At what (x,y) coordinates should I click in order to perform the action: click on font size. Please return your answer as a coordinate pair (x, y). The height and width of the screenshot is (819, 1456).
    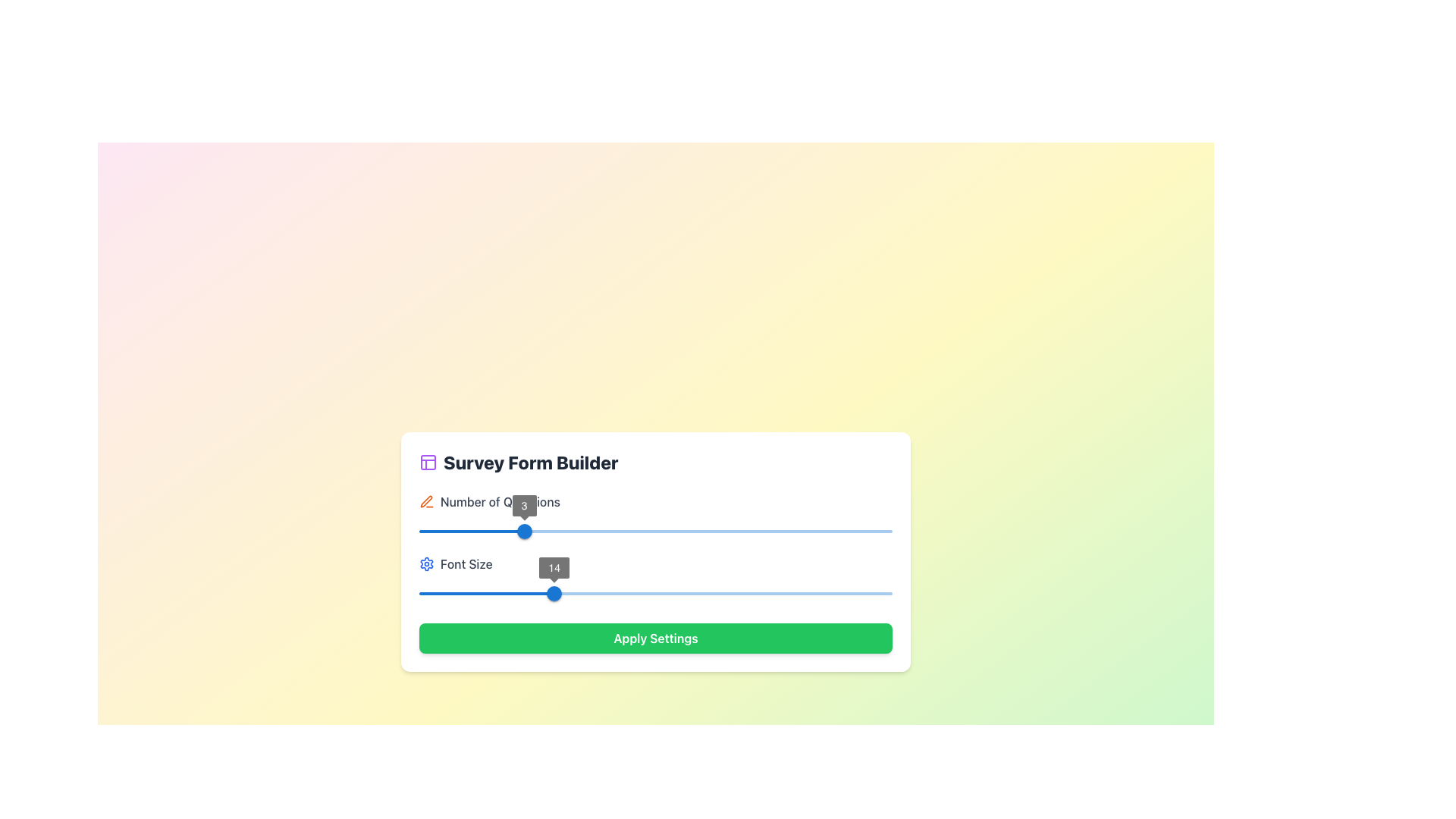
    Looking at the image, I should click on (792, 593).